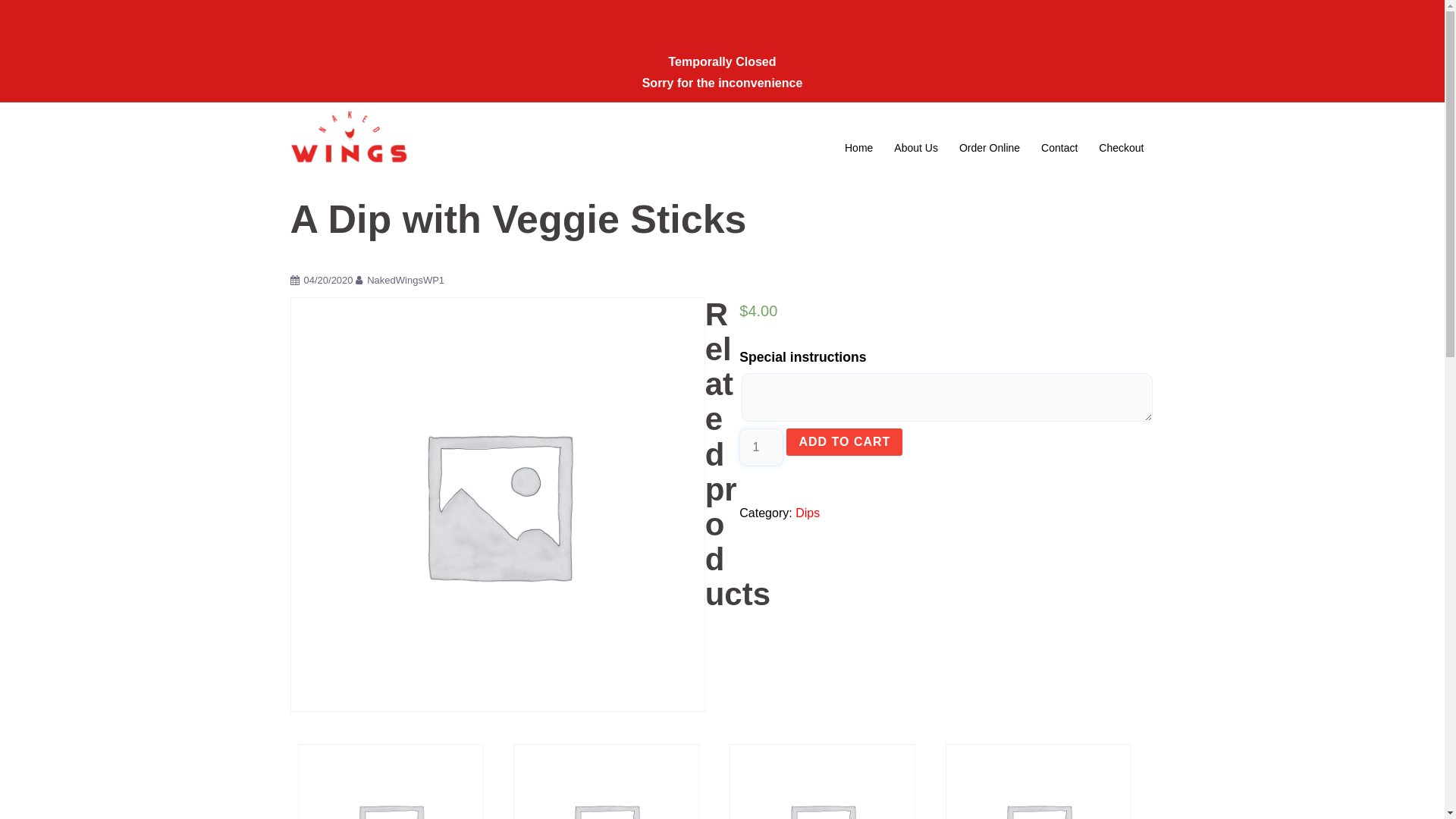 This screenshot has height=819, width=1456. I want to click on '04/20/2020', so click(303, 280).